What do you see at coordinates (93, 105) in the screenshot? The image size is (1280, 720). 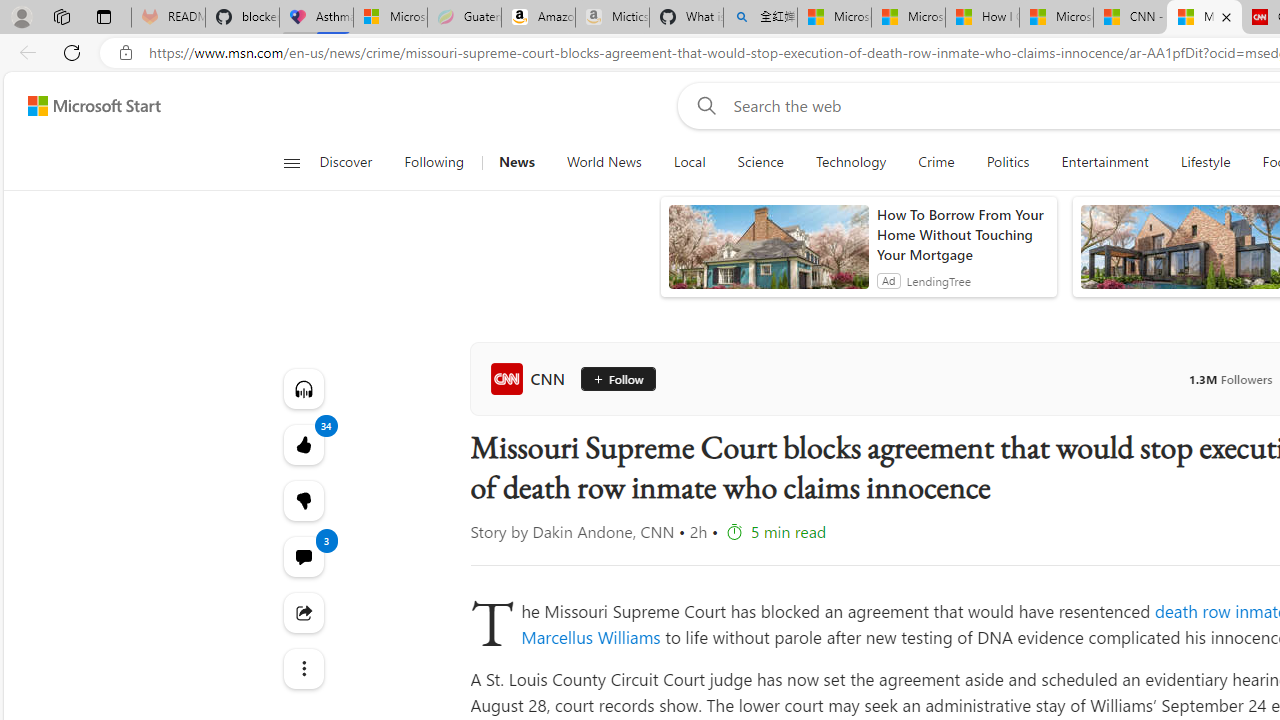 I see `'Microsoft Start'` at bounding box center [93, 105].